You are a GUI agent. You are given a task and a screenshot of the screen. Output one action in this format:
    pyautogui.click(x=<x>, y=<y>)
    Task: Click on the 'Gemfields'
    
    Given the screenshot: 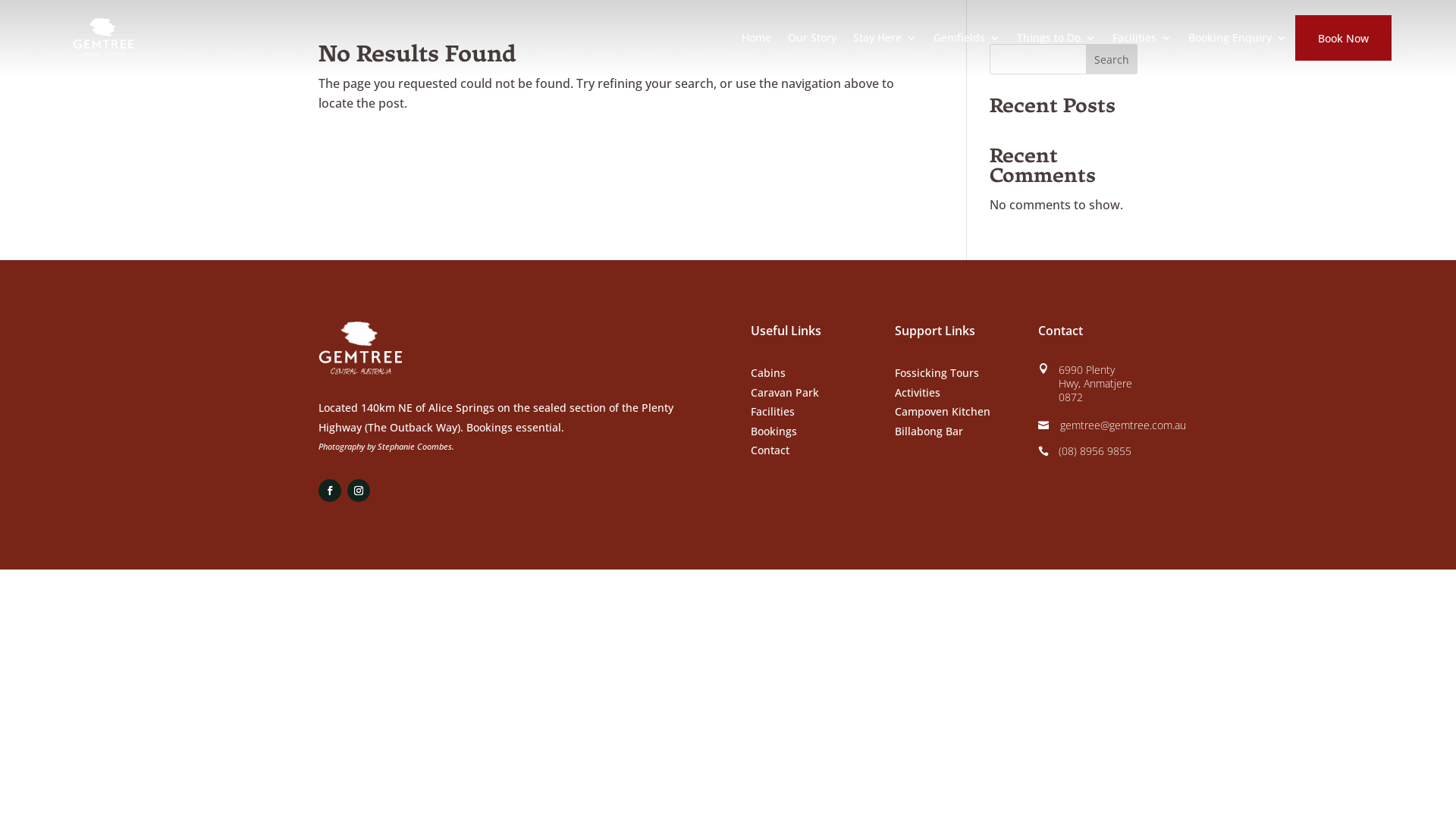 What is the action you would take?
    pyautogui.click(x=966, y=37)
    